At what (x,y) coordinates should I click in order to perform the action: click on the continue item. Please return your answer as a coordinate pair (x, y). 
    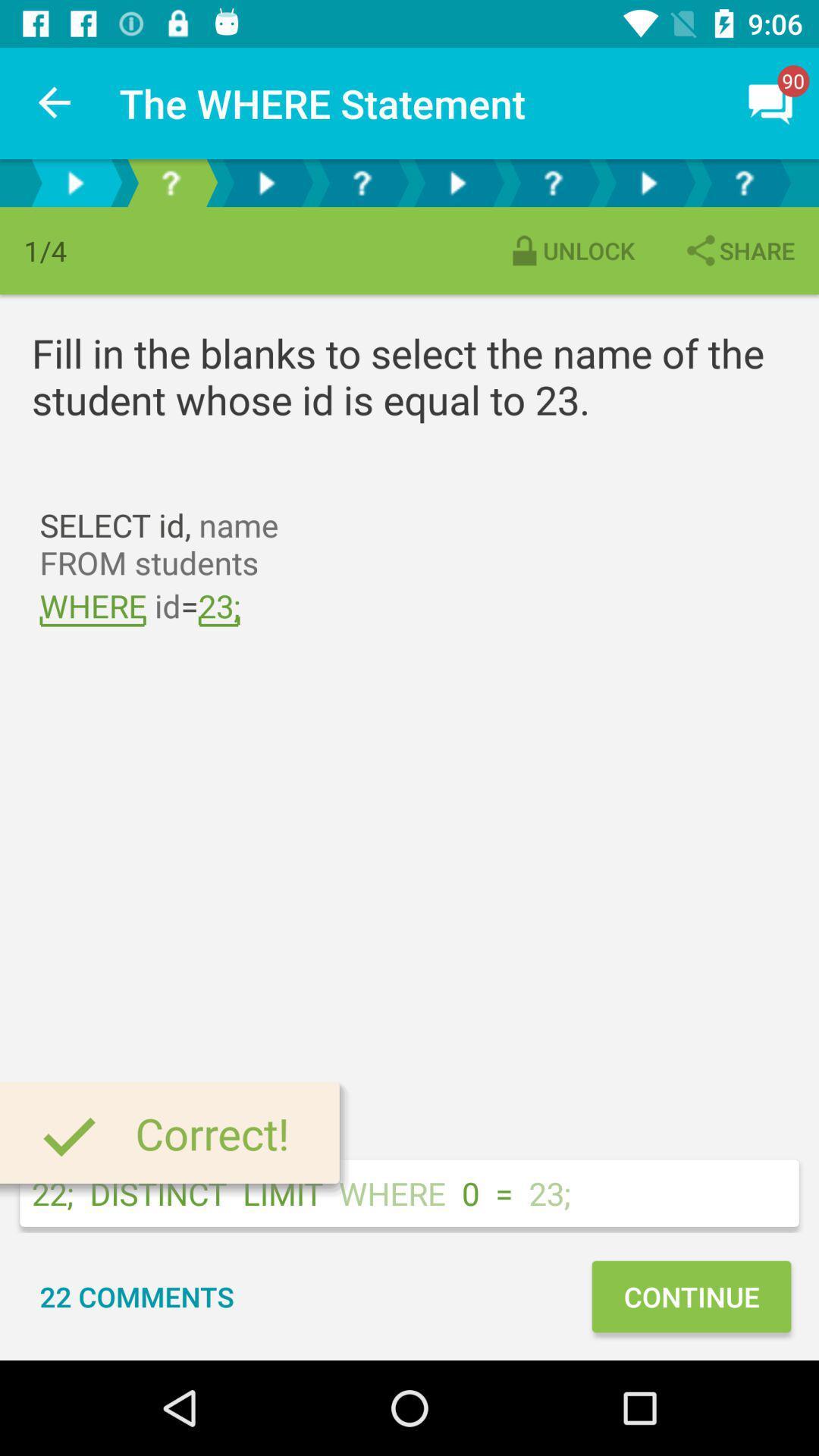
    Looking at the image, I should click on (691, 1295).